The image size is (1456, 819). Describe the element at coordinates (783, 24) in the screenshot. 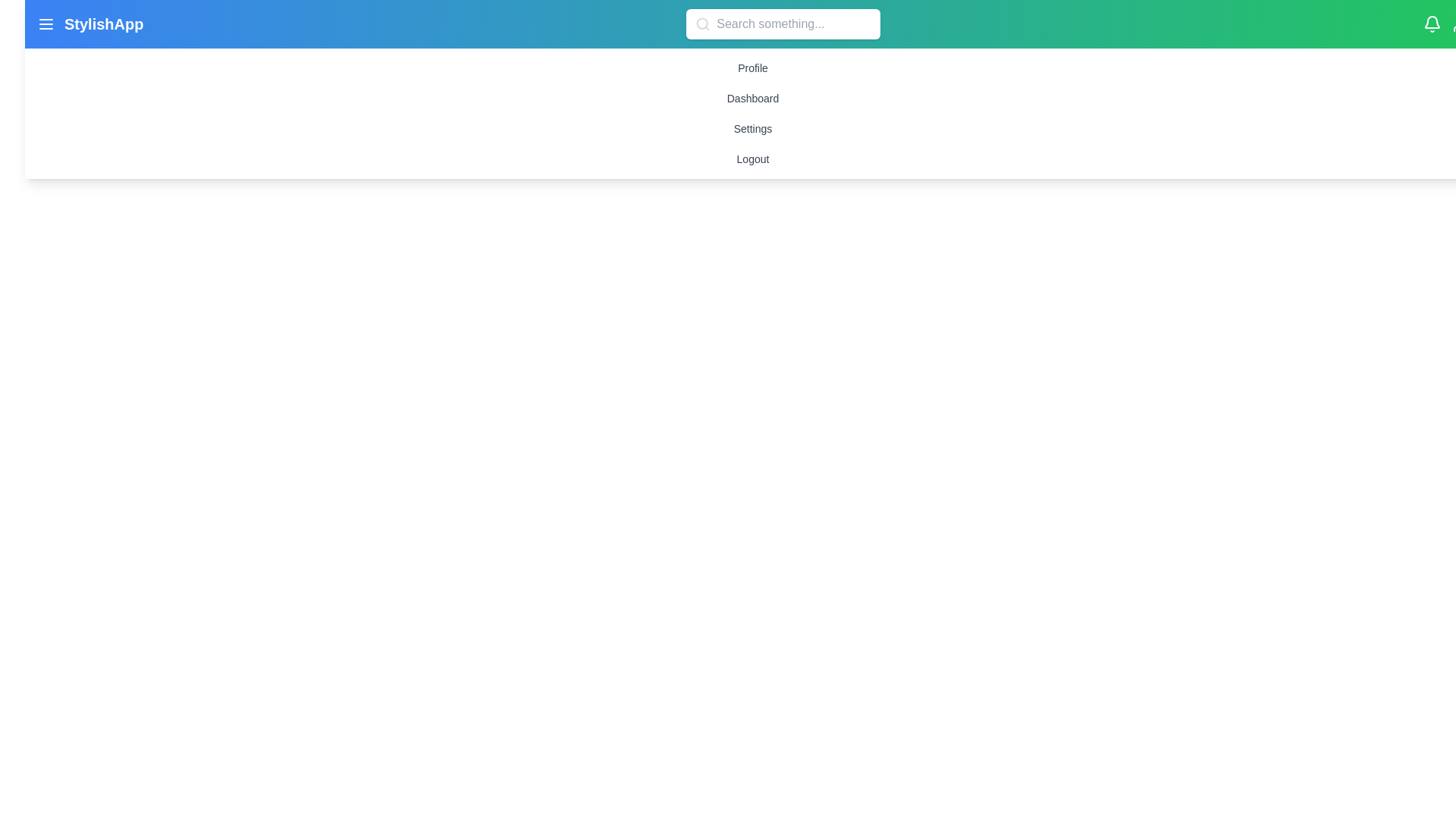

I see `the Text Input Field located in the navigation bar at the top of the page, which is positioned to the right of the 'StylishApp' logo and to the left of the notification and user profile icons` at that location.